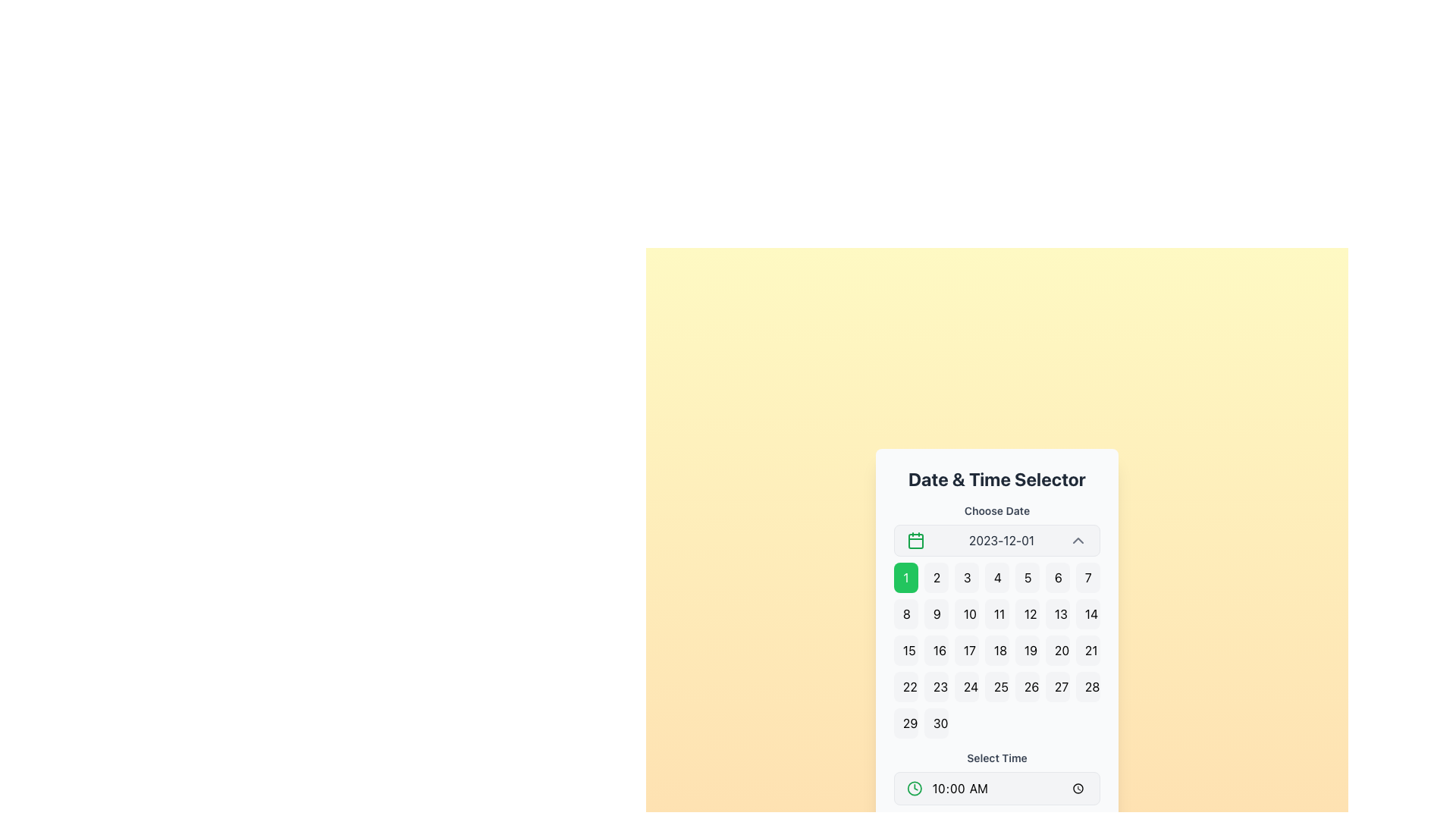 This screenshot has height=819, width=1456. I want to click on the button labeled '8' in the date selection calendar of the date and time picker interface, so click(906, 614).